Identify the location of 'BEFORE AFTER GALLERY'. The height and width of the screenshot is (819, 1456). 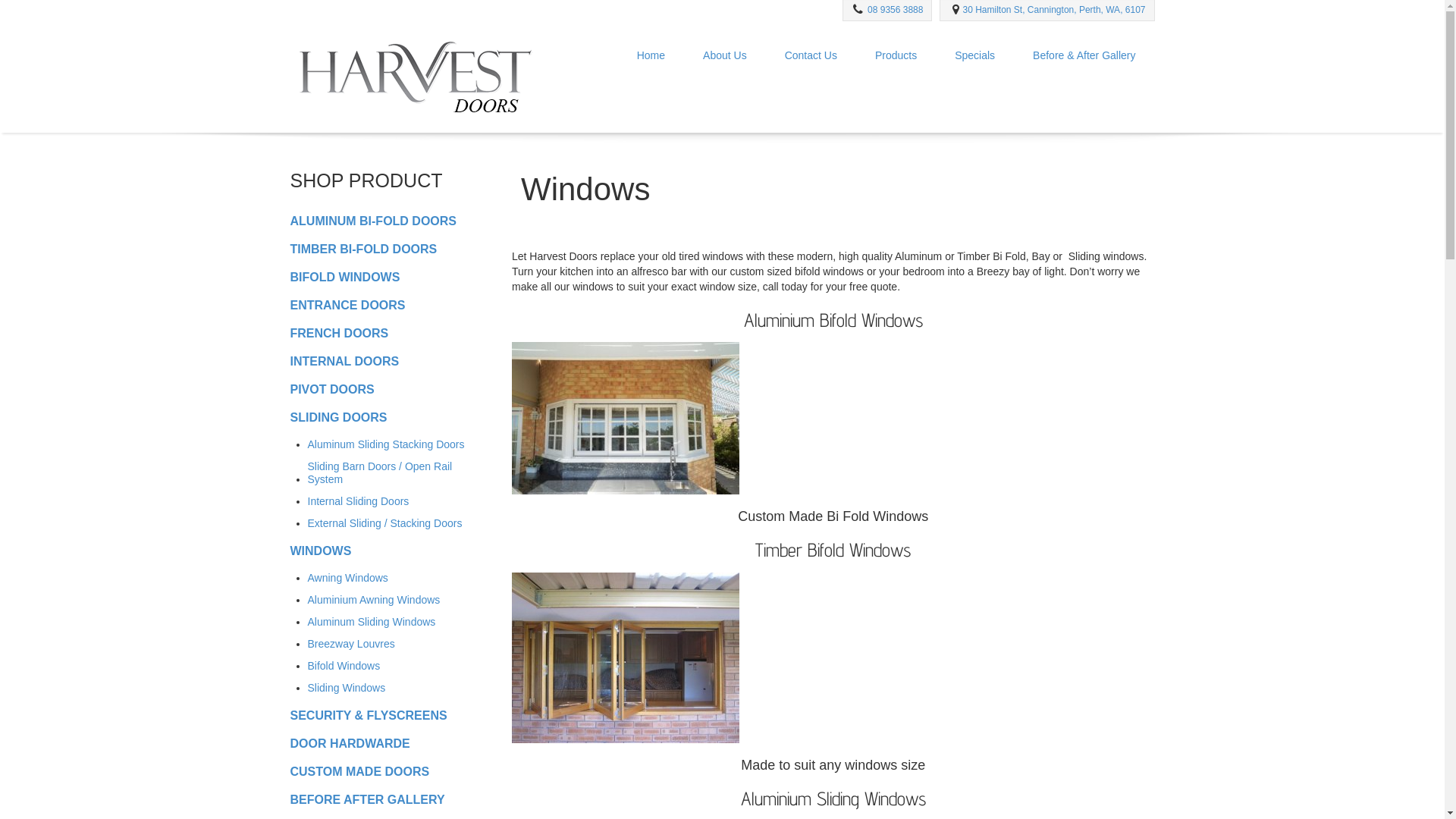
(367, 799).